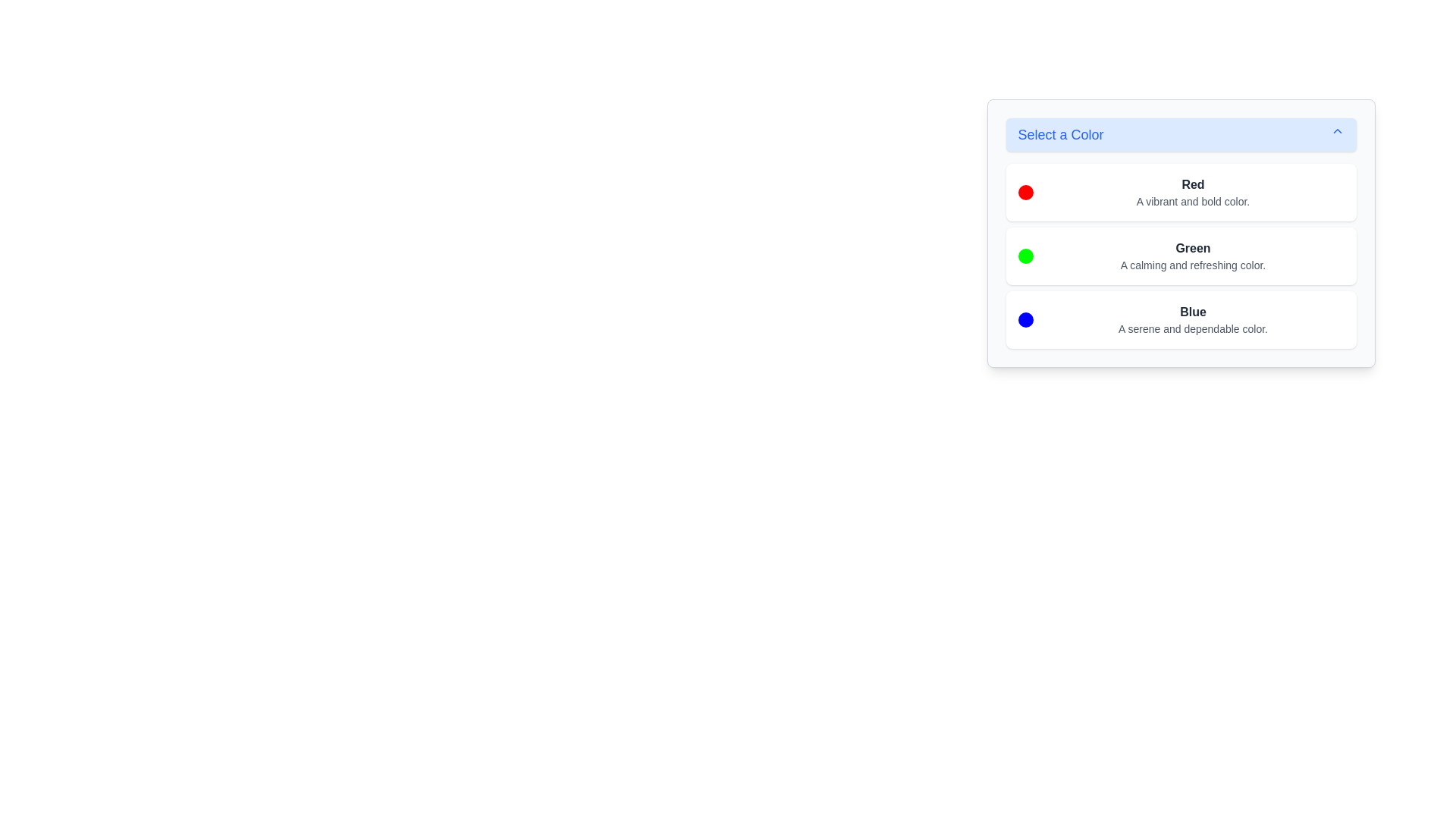 Image resolution: width=1456 pixels, height=819 pixels. Describe the element at coordinates (1192, 184) in the screenshot. I see `the text element displaying the word 'Red' in bold gray color, located at the upper left corner of its text group` at that location.